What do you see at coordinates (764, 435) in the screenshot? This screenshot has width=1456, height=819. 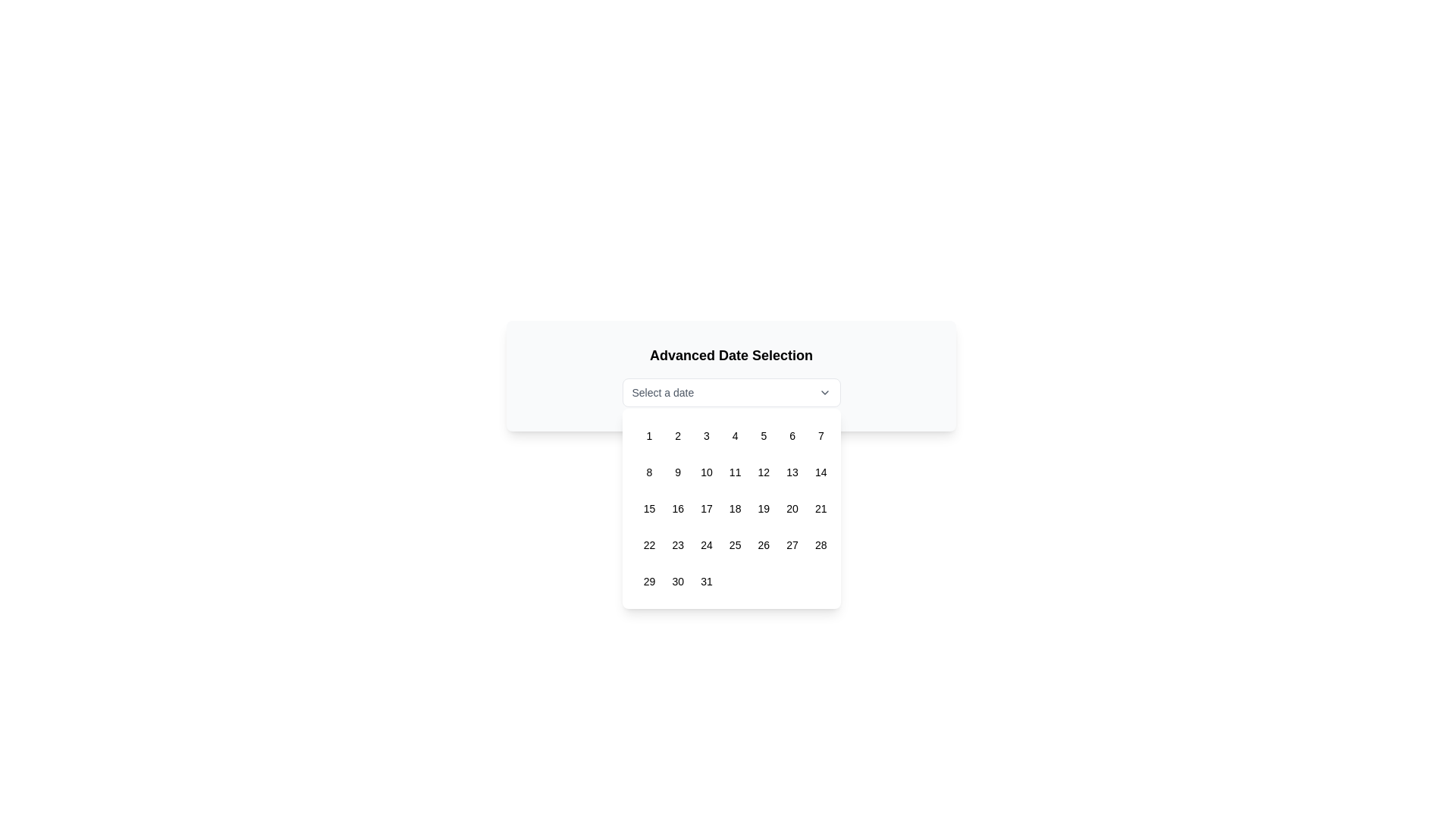 I see `the selectable day button '5' in the calendar interface` at bounding box center [764, 435].